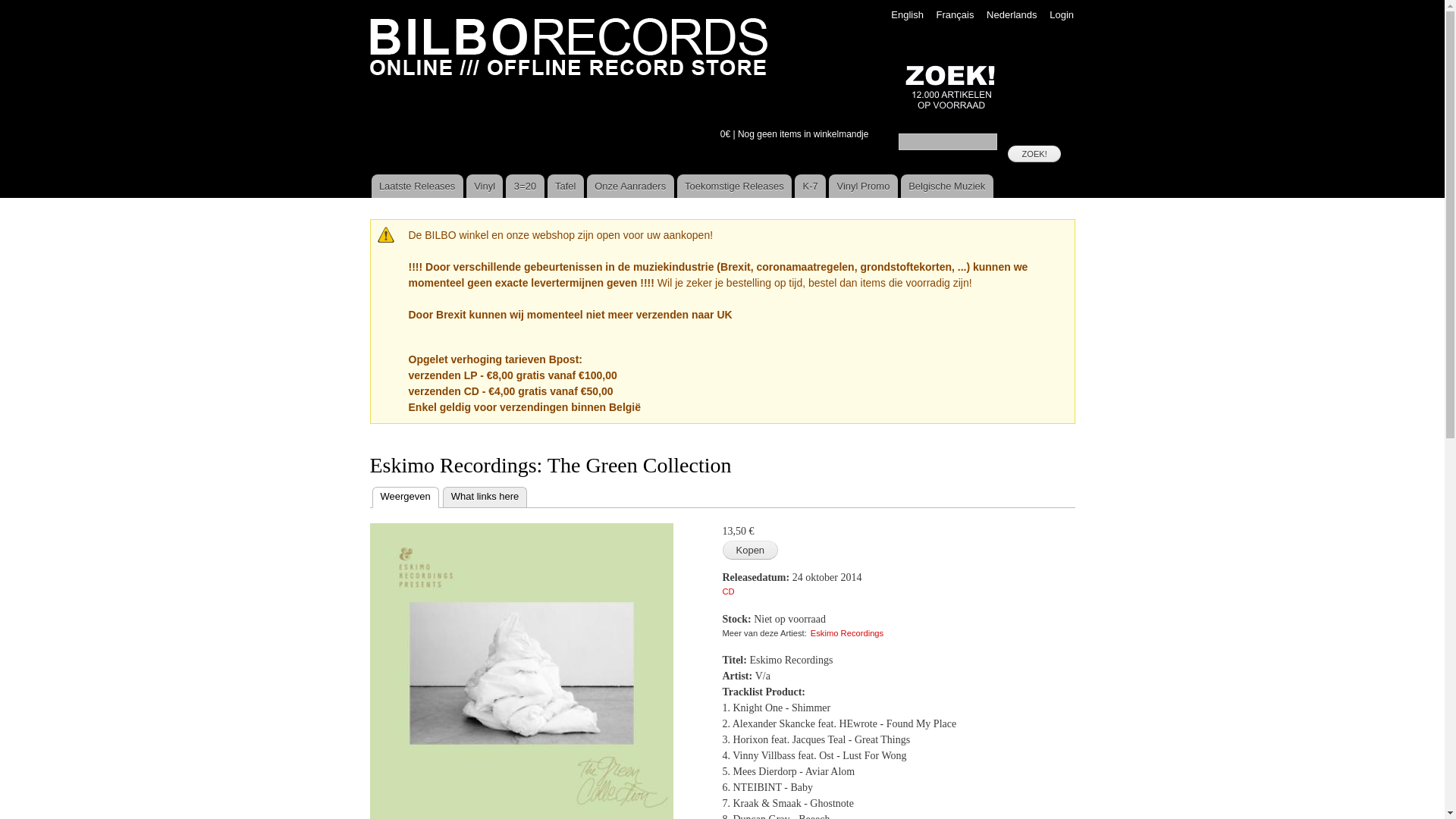  Describe the element at coordinates (484, 185) in the screenshot. I see `'Vinyl'` at that location.